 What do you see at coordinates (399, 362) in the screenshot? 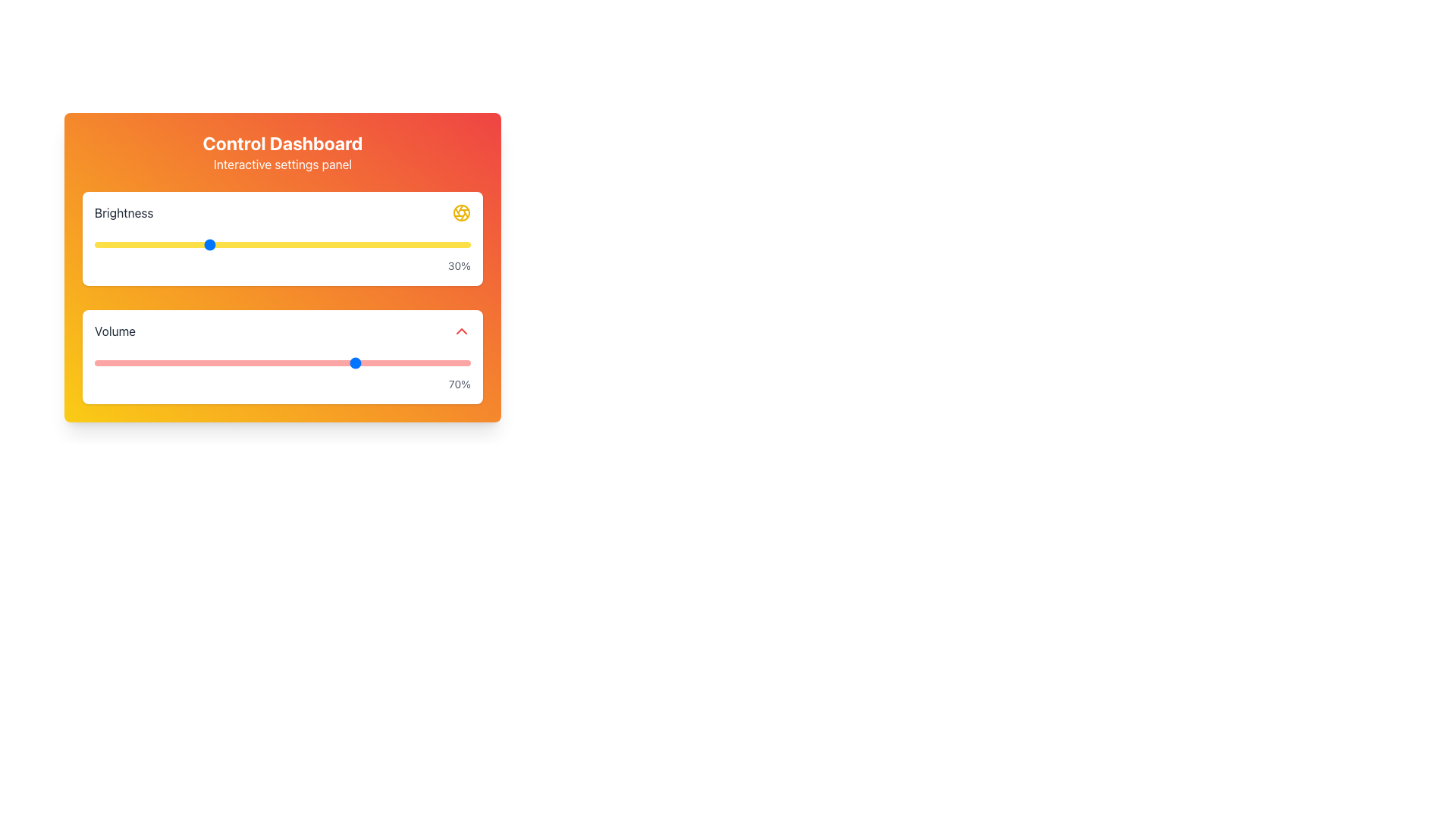
I see `the volume` at bounding box center [399, 362].